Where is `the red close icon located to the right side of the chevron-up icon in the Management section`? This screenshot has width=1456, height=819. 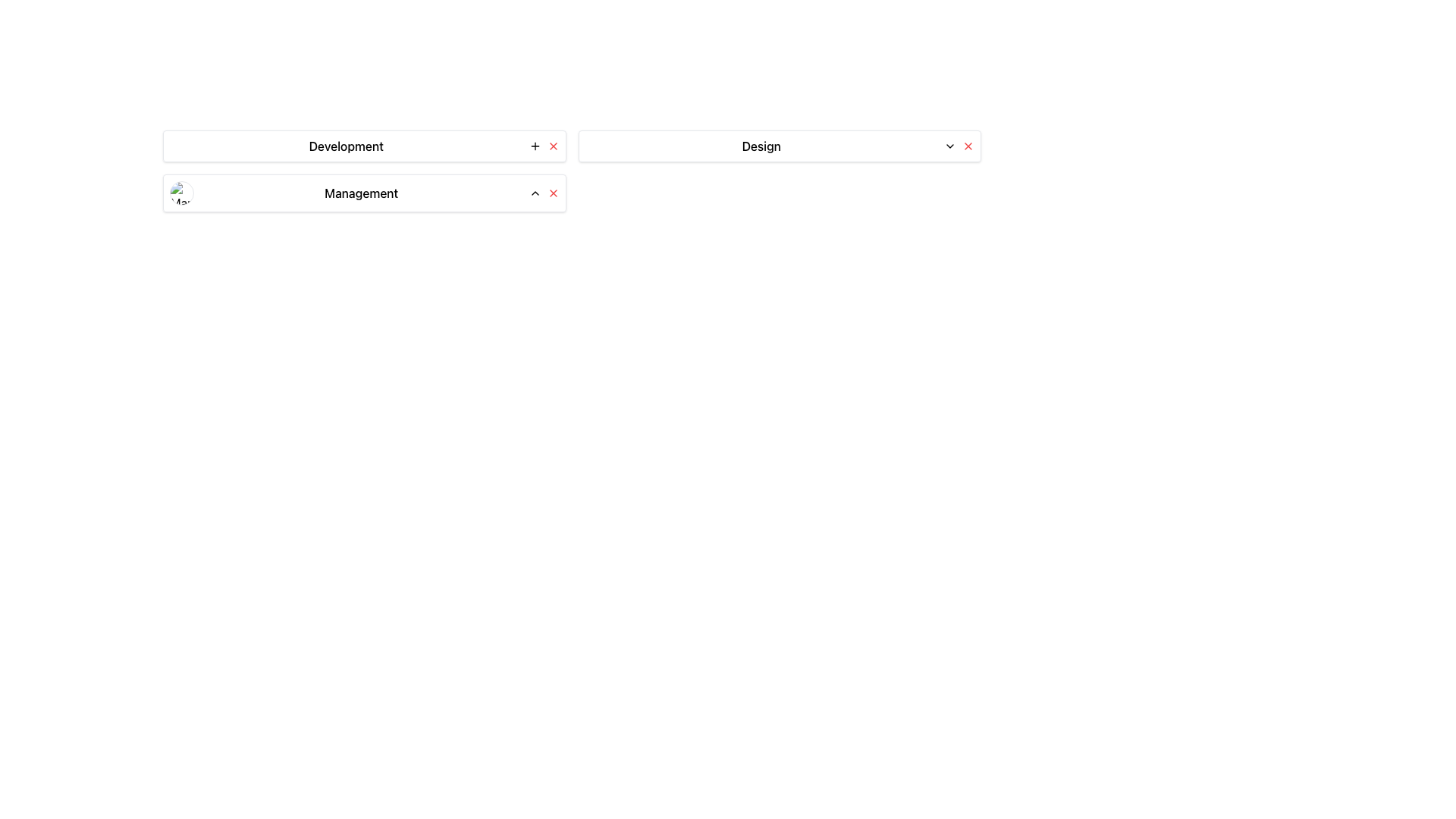 the red close icon located to the right side of the chevron-up icon in the Management section is located at coordinates (552, 192).